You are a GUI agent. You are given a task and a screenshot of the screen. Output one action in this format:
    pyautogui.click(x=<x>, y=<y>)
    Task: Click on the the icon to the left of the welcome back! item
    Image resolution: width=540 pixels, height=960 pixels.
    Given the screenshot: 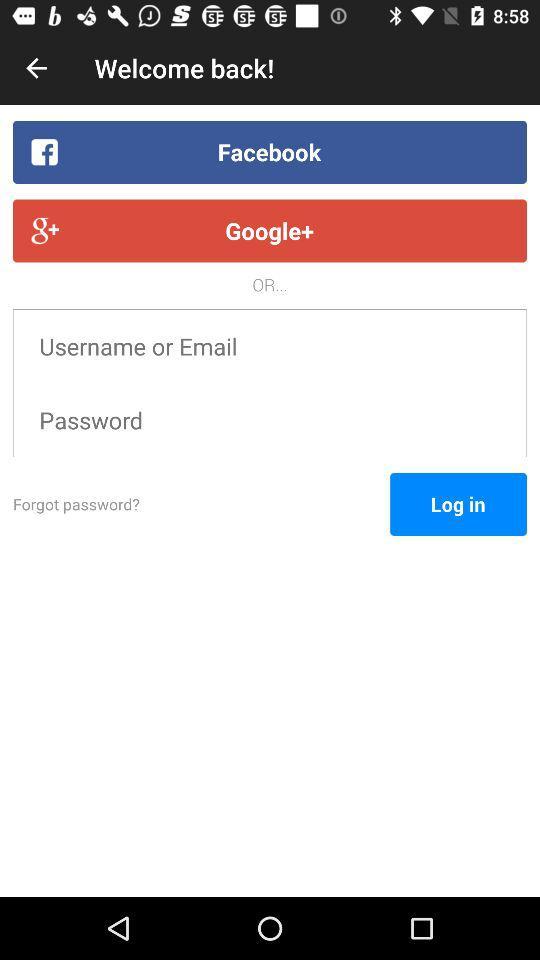 What is the action you would take?
    pyautogui.click(x=36, y=68)
    